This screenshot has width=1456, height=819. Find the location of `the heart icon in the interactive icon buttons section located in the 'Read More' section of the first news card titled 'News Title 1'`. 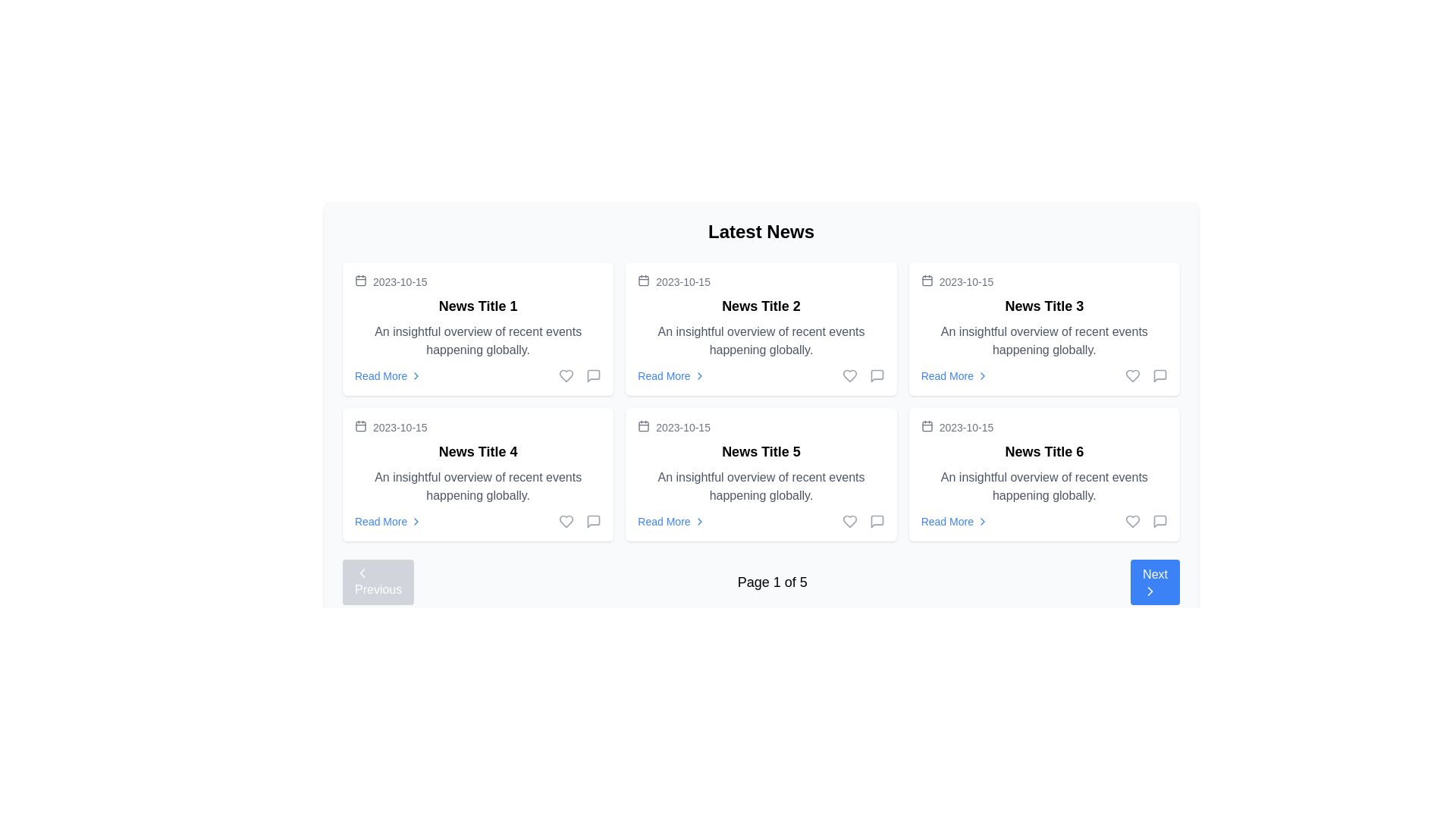

the heart icon in the interactive icon buttons section located in the 'Read More' section of the first news card titled 'News Title 1' is located at coordinates (579, 375).